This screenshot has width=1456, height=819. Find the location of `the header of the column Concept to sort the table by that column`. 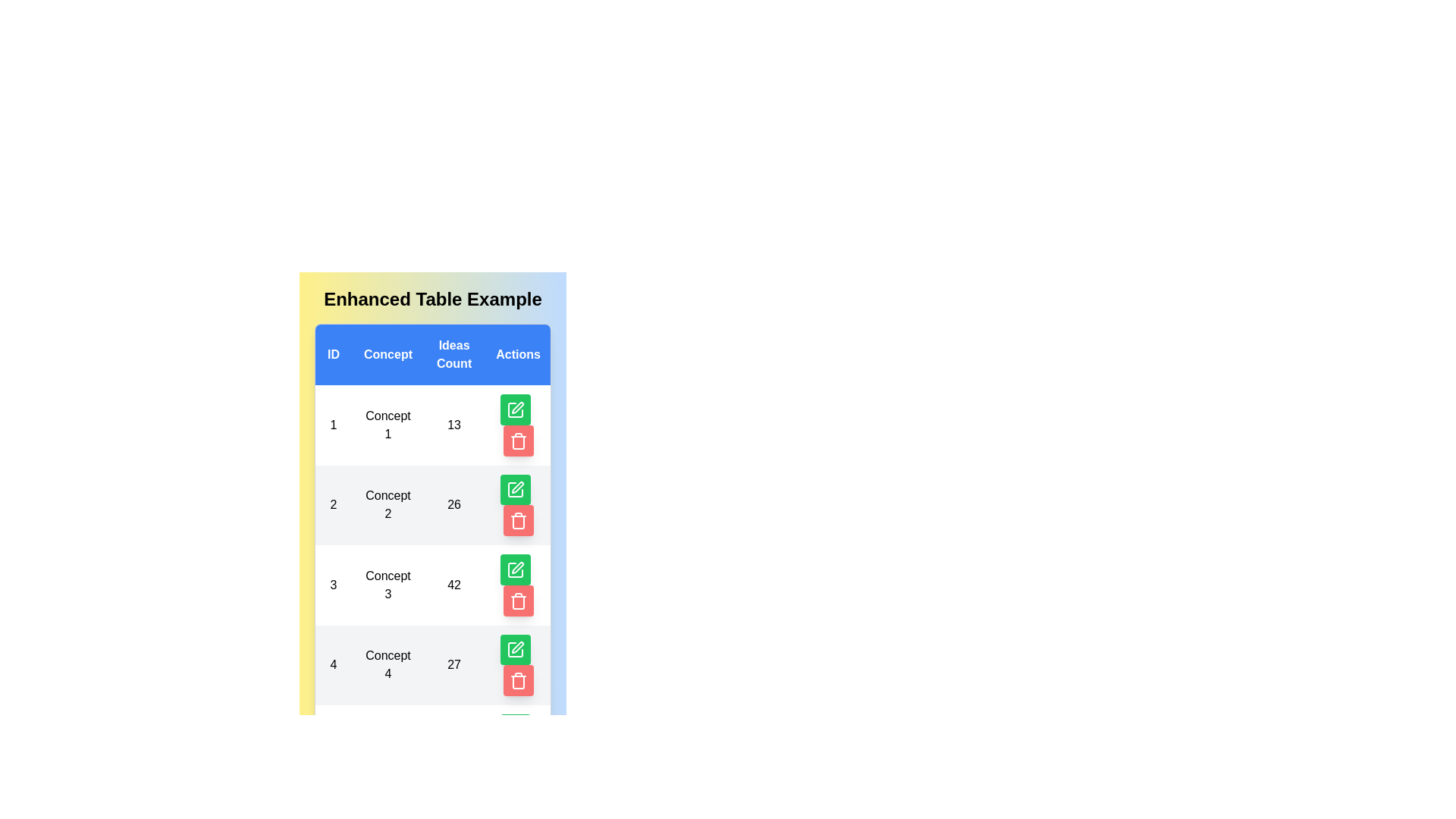

the header of the column Concept to sort the table by that column is located at coordinates (388, 354).